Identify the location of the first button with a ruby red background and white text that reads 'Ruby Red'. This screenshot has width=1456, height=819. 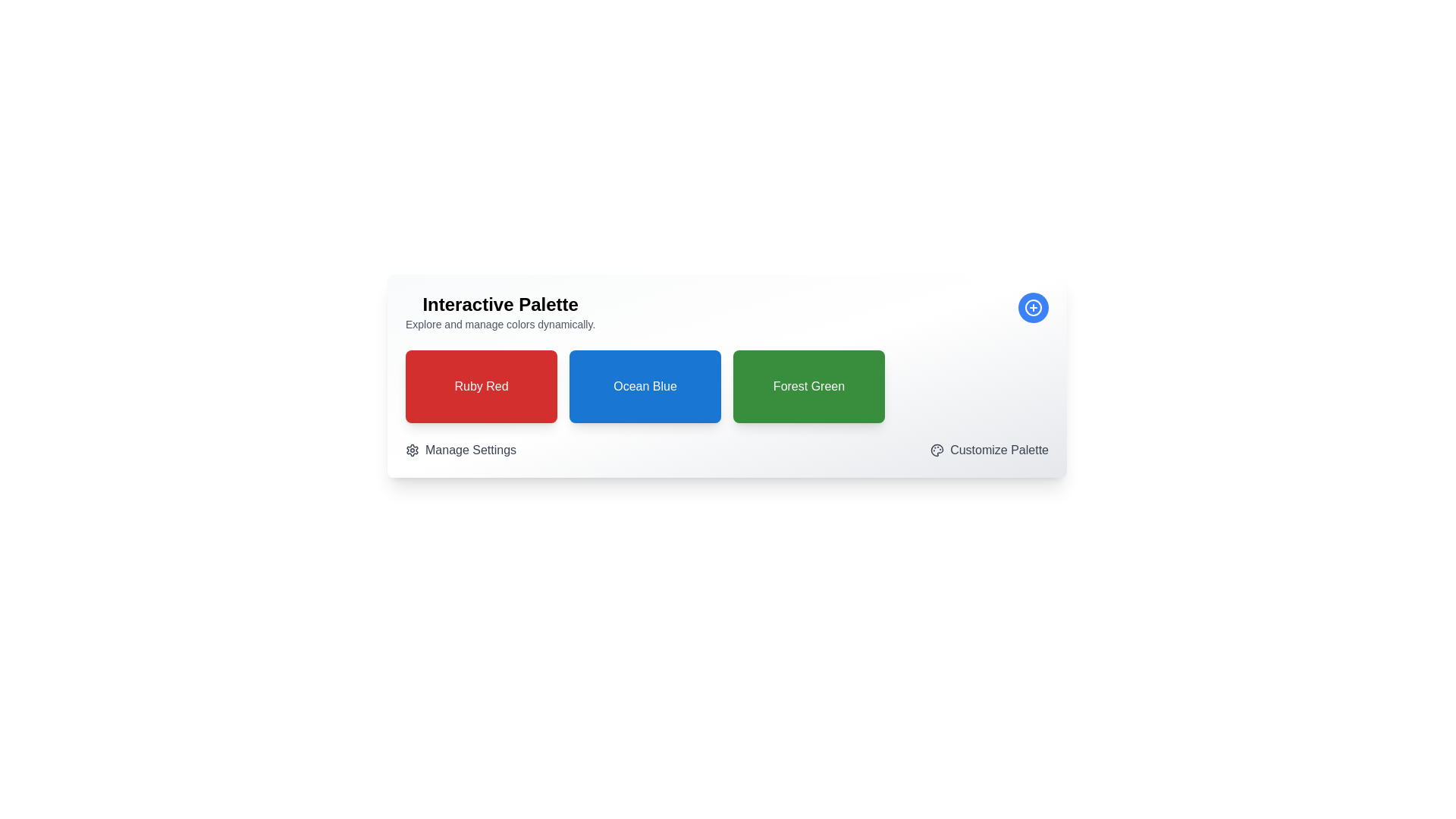
(480, 385).